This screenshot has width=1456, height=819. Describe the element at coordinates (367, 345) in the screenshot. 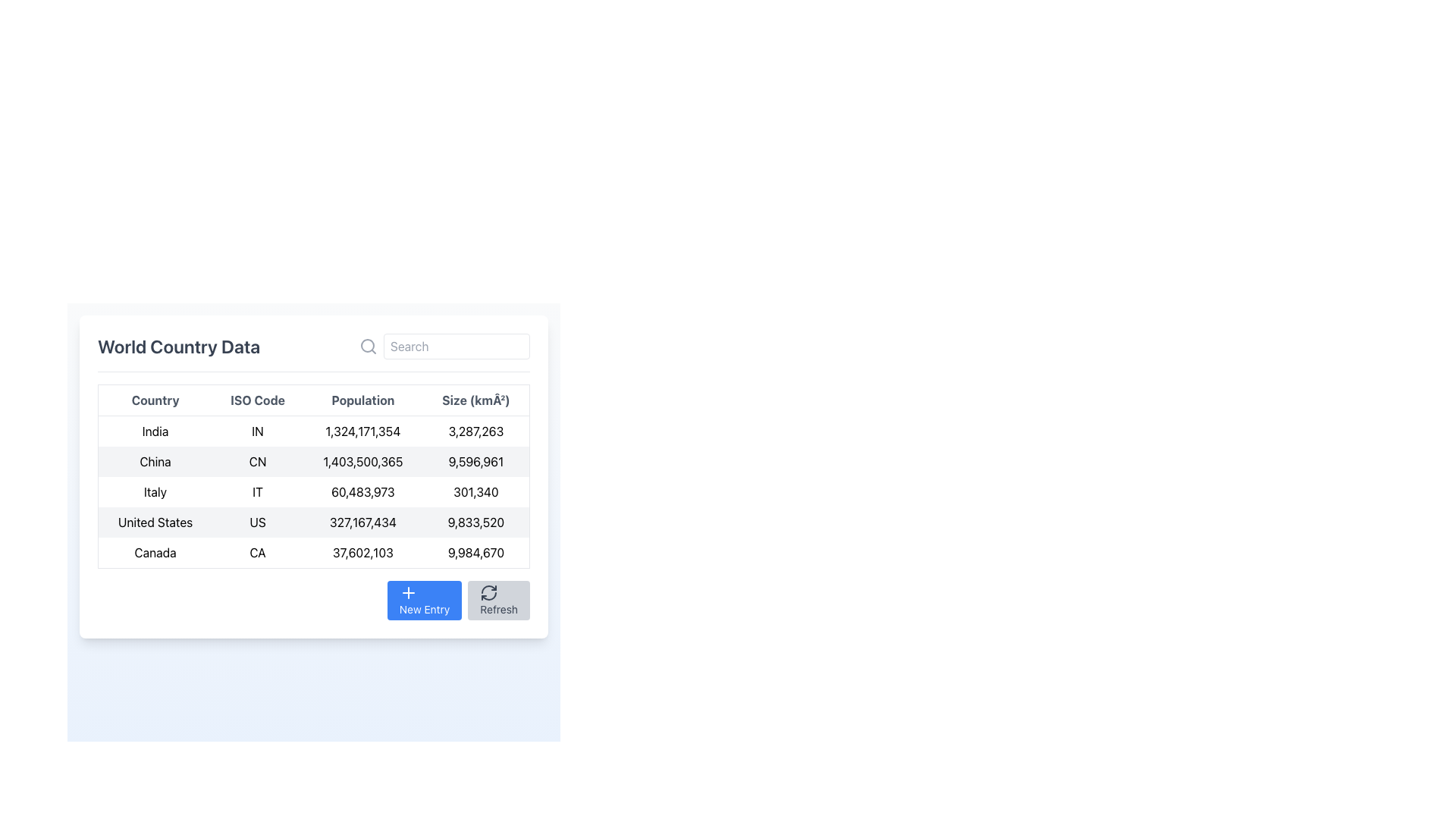

I see `the circular part of the magnifying glass icon used for search functionality, located near the right edge of the header section of the data table interface` at that location.